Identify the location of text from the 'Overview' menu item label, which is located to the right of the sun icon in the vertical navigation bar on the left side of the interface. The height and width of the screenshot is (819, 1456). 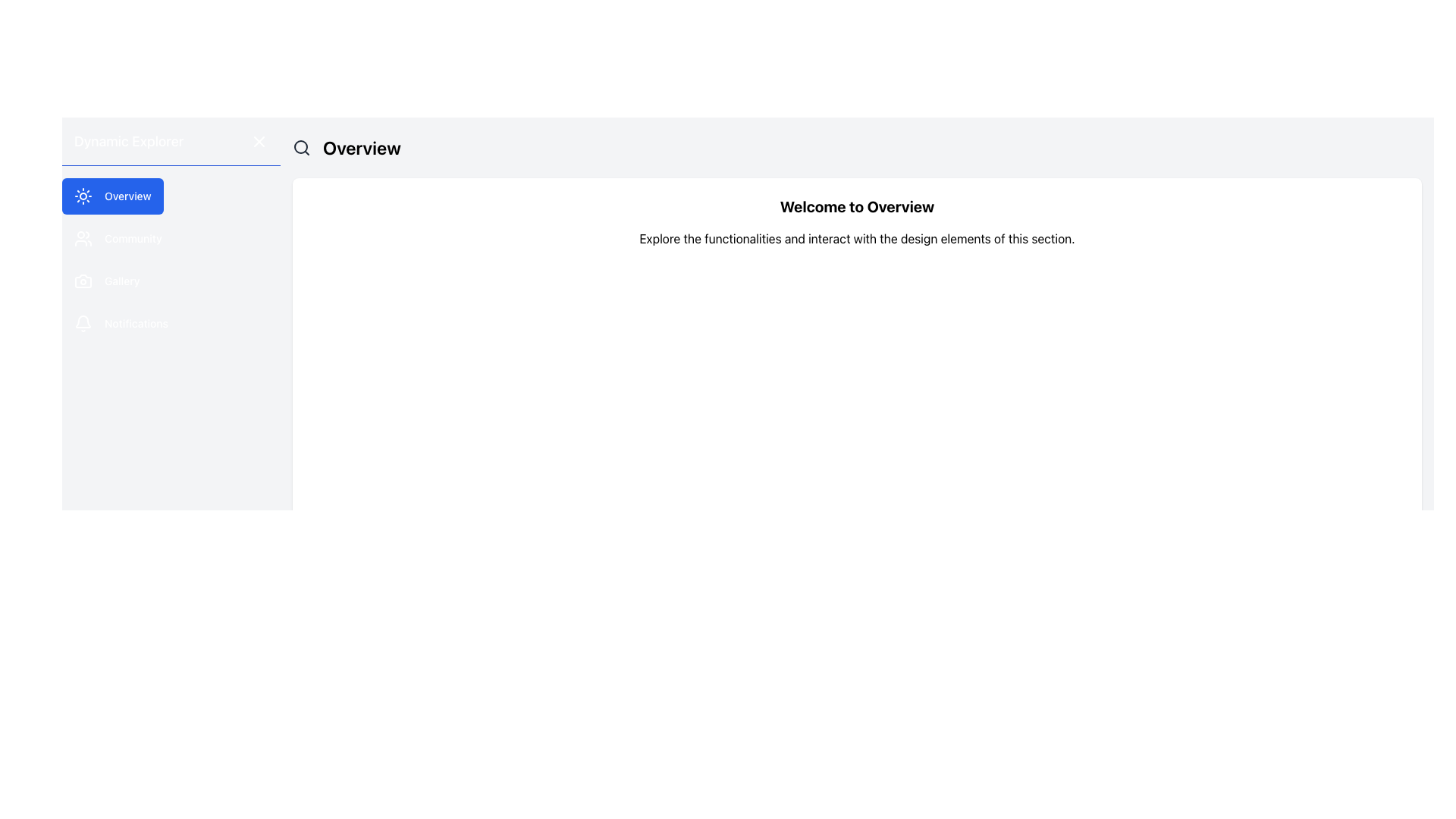
(127, 195).